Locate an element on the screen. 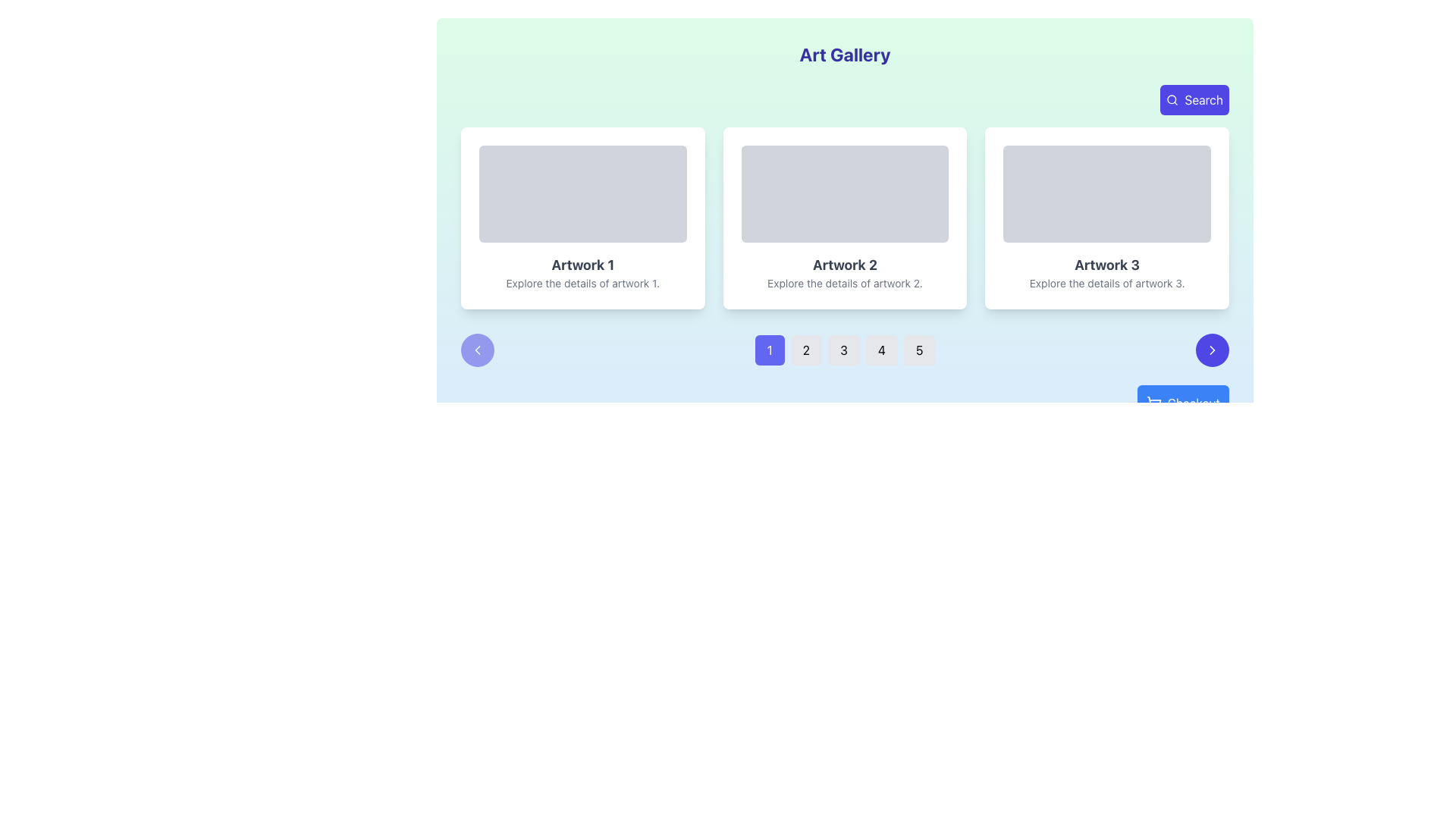  the search button located in the top-right corner of the main content area is located at coordinates (1194, 99).